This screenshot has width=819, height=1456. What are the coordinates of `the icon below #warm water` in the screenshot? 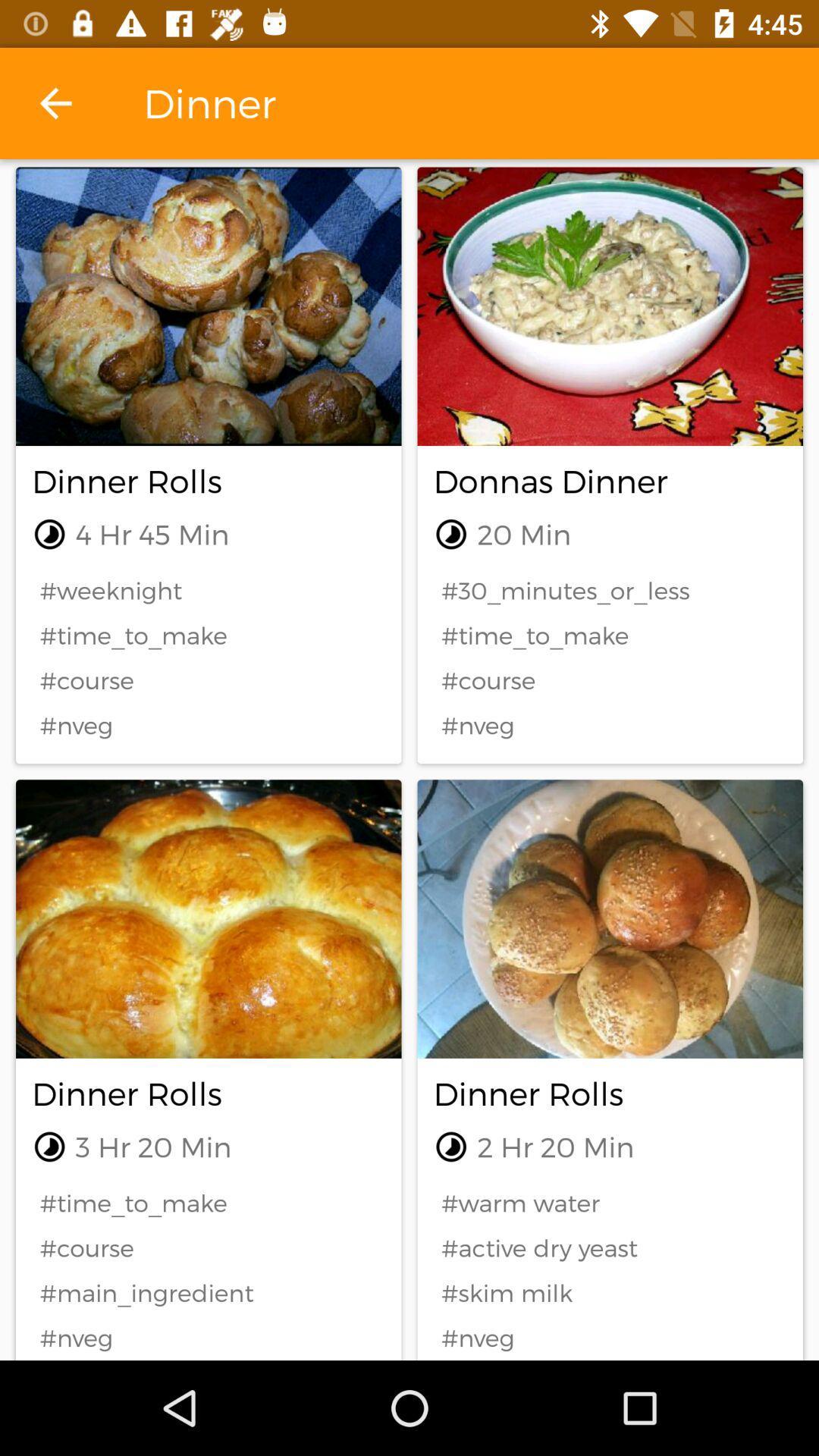 It's located at (609, 1247).